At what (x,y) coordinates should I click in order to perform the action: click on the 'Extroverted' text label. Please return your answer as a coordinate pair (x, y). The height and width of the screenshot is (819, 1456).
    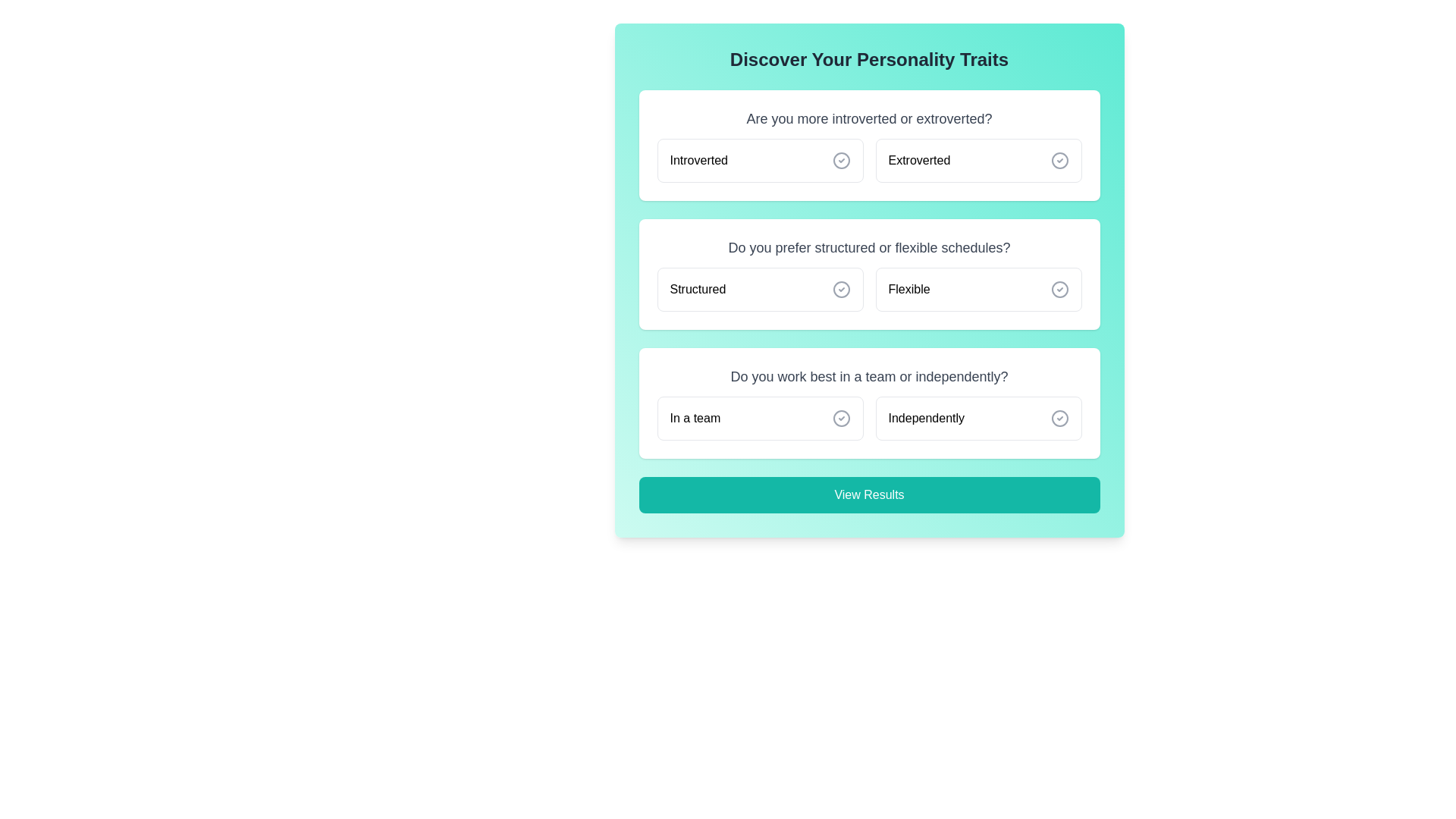
    Looking at the image, I should click on (918, 161).